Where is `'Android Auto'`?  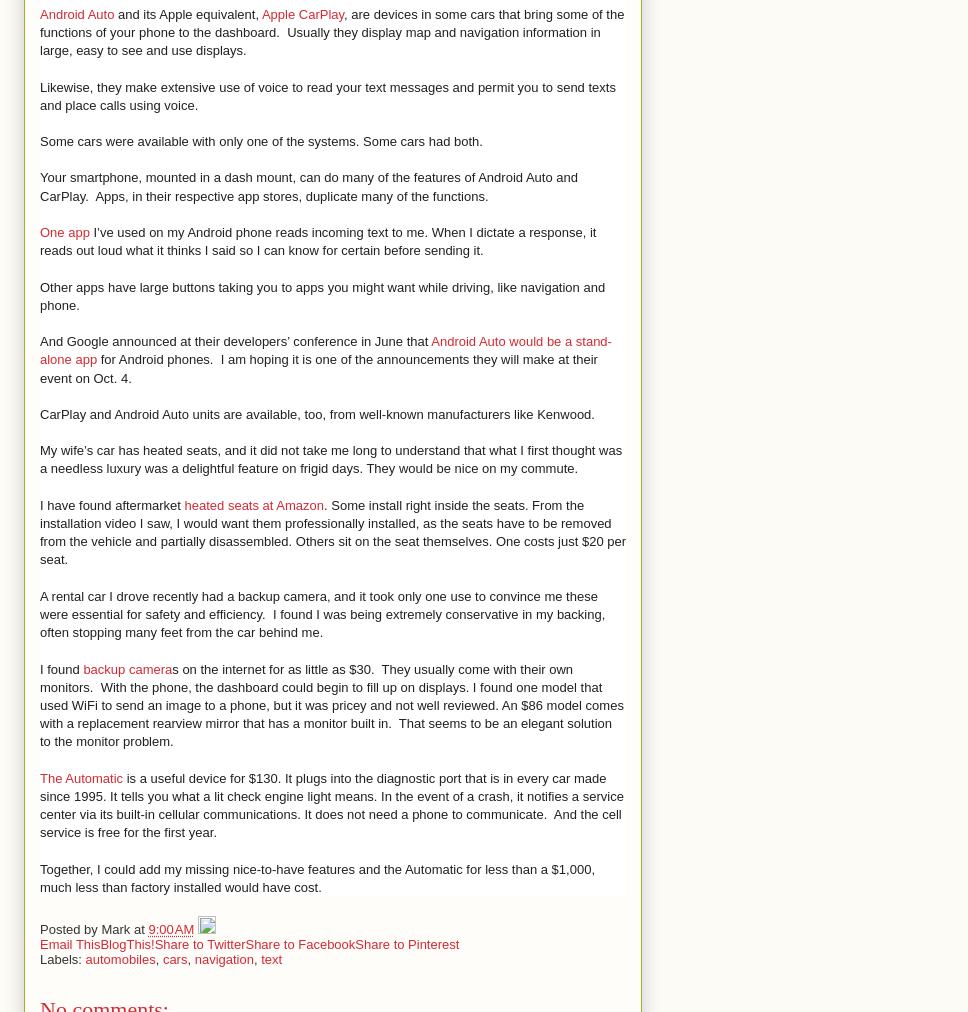 'Android Auto' is located at coordinates (75, 12).